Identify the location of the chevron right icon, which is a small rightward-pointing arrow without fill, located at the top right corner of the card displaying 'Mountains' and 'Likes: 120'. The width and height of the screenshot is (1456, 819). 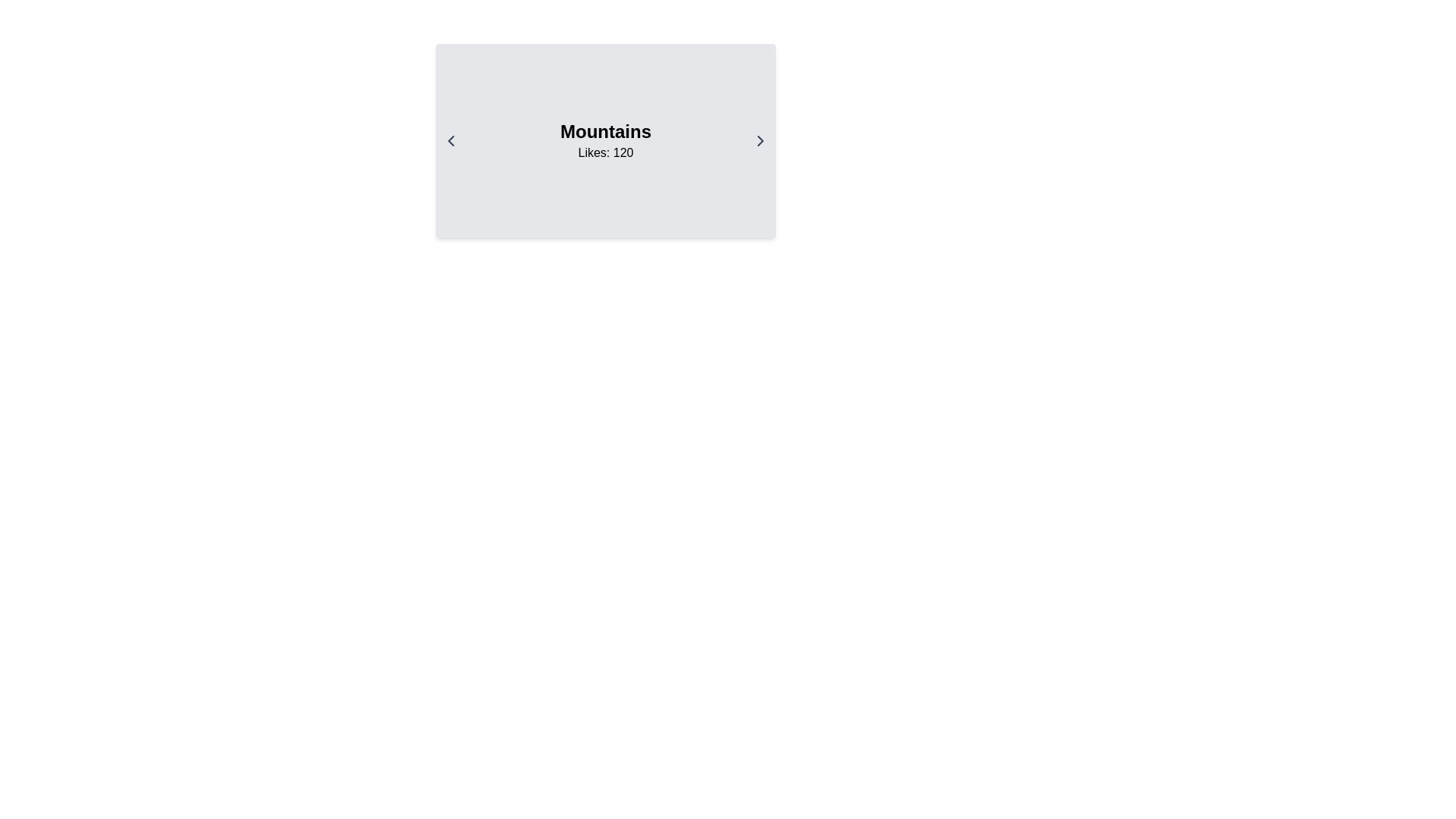
(761, 140).